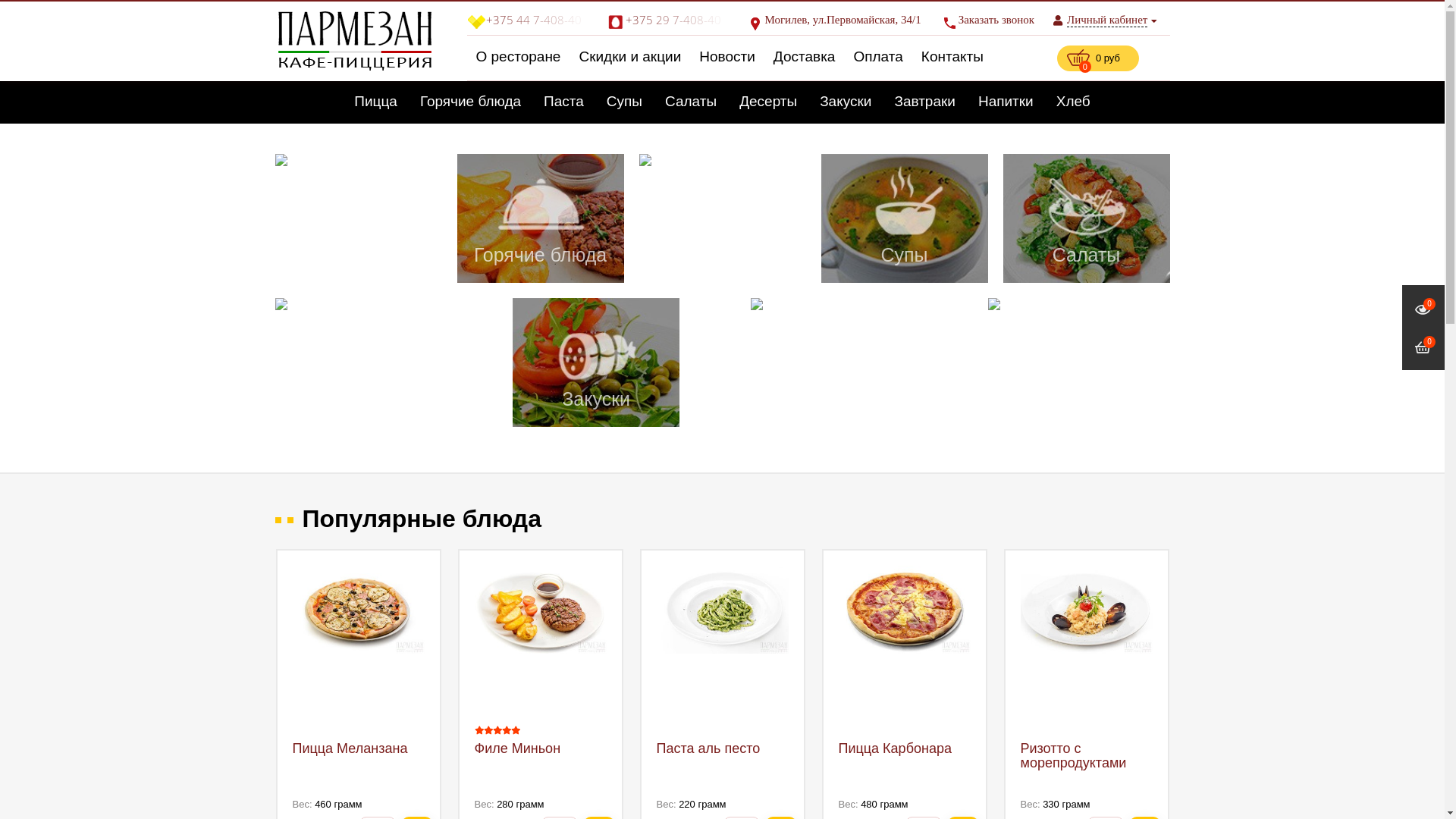  Describe the element at coordinates (1422, 309) in the screenshot. I see `'0'` at that location.